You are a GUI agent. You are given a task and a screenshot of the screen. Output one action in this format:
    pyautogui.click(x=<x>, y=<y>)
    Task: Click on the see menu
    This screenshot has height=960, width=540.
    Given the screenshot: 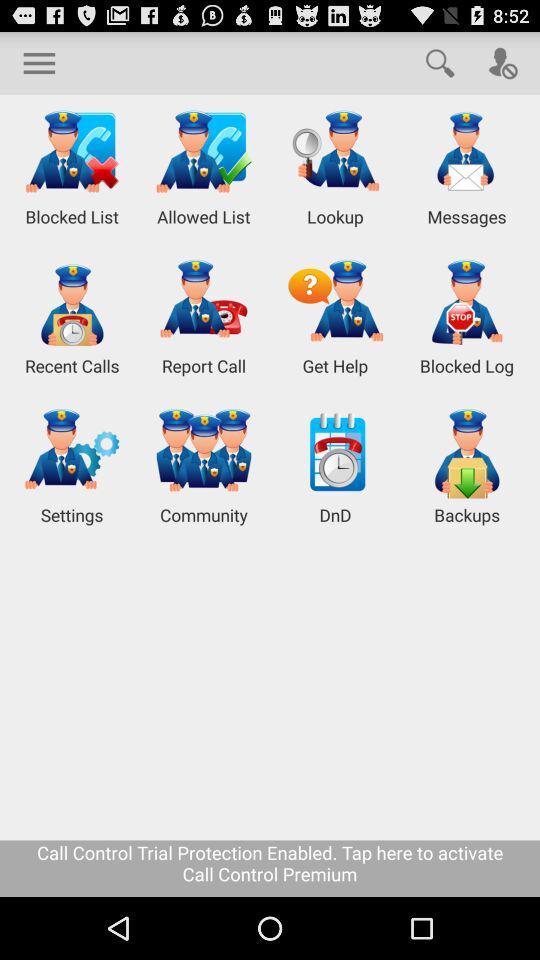 What is the action you would take?
    pyautogui.click(x=39, y=62)
    